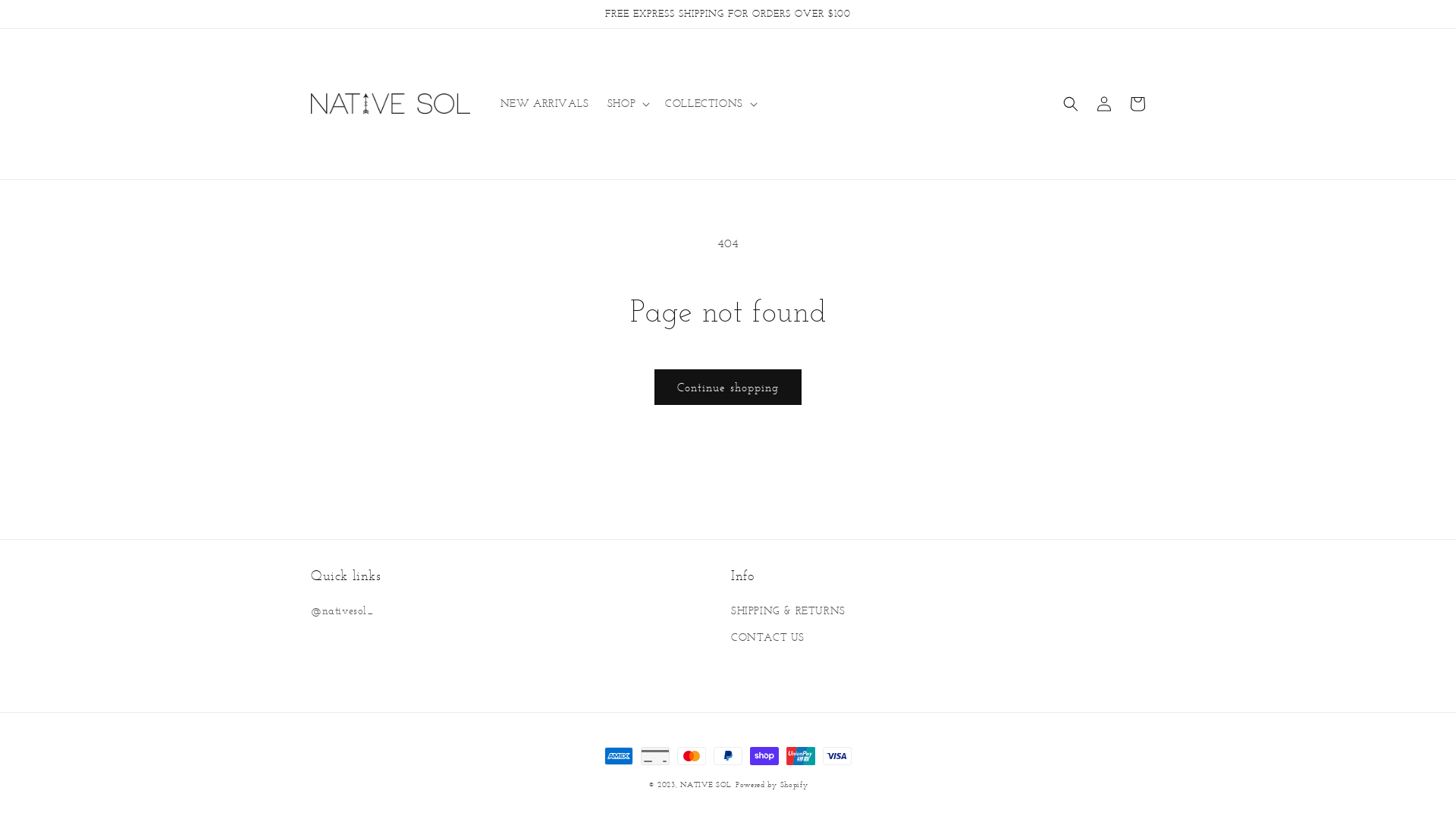  Describe the element at coordinates (1137, 103) in the screenshot. I see `'Cart'` at that location.